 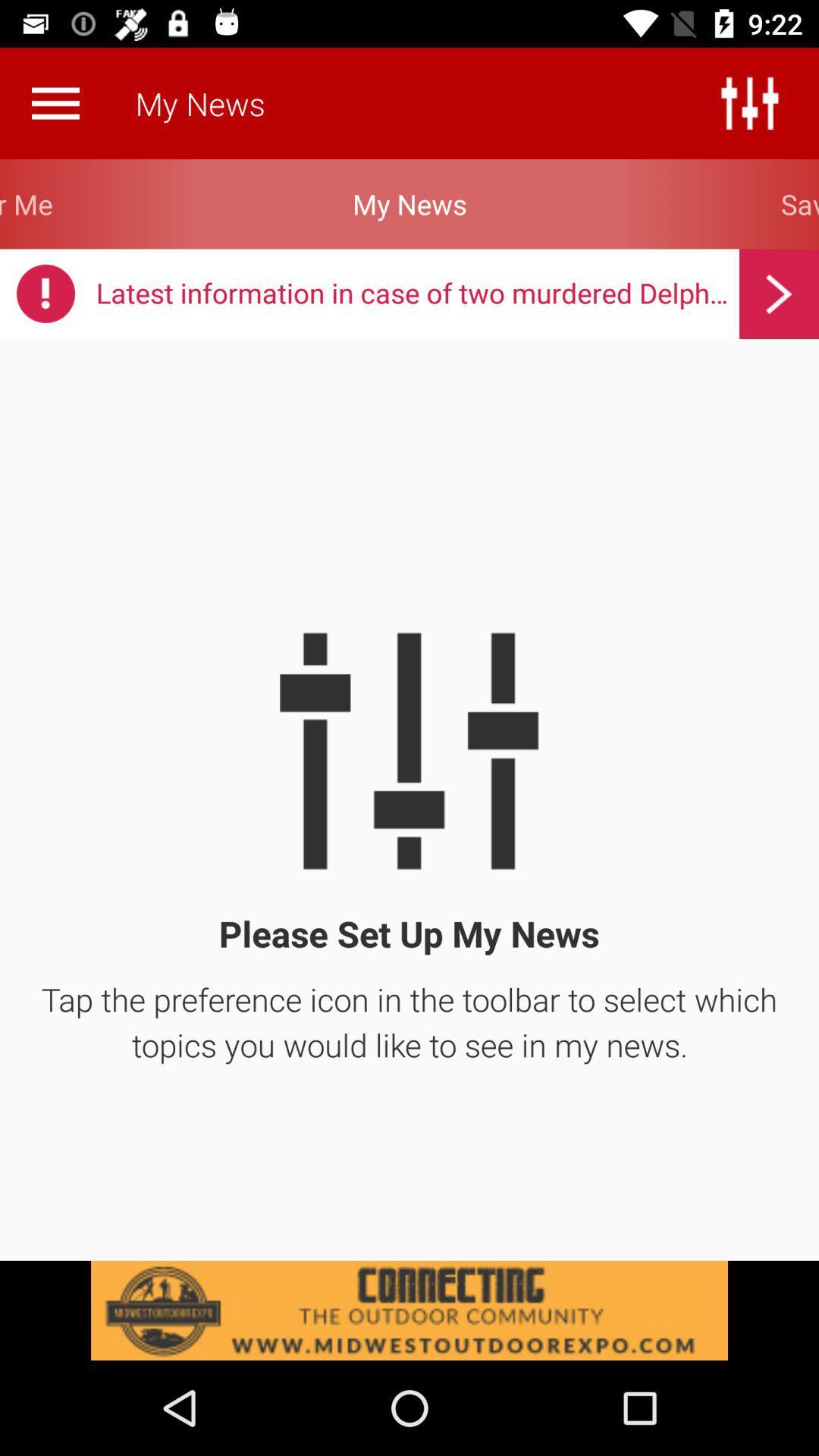 What do you see at coordinates (409, 1310) in the screenshot?
I see `advertisement page` at bounding box center [409, 1310].